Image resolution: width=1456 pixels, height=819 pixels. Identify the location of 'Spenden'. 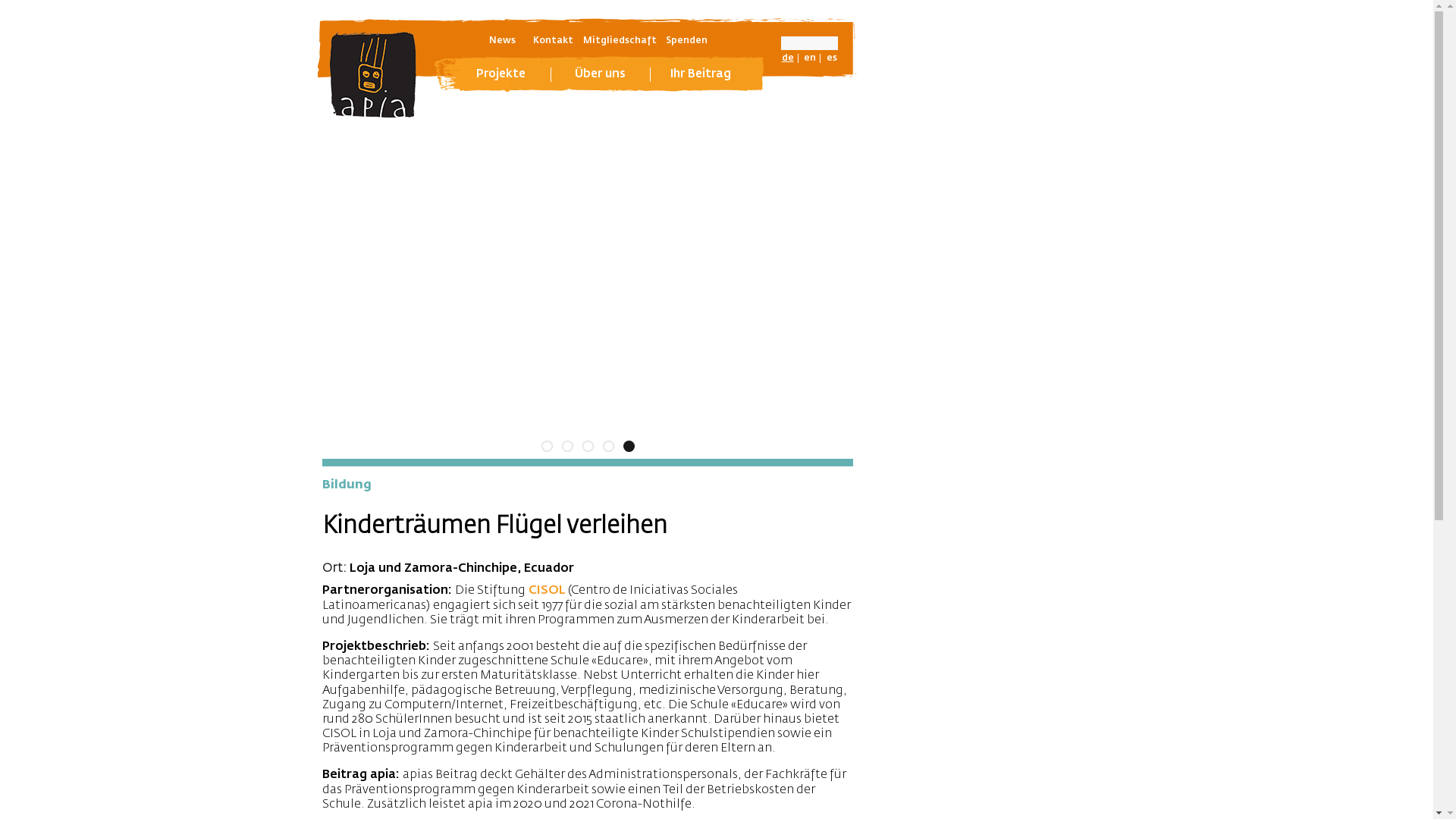
(686, 40).